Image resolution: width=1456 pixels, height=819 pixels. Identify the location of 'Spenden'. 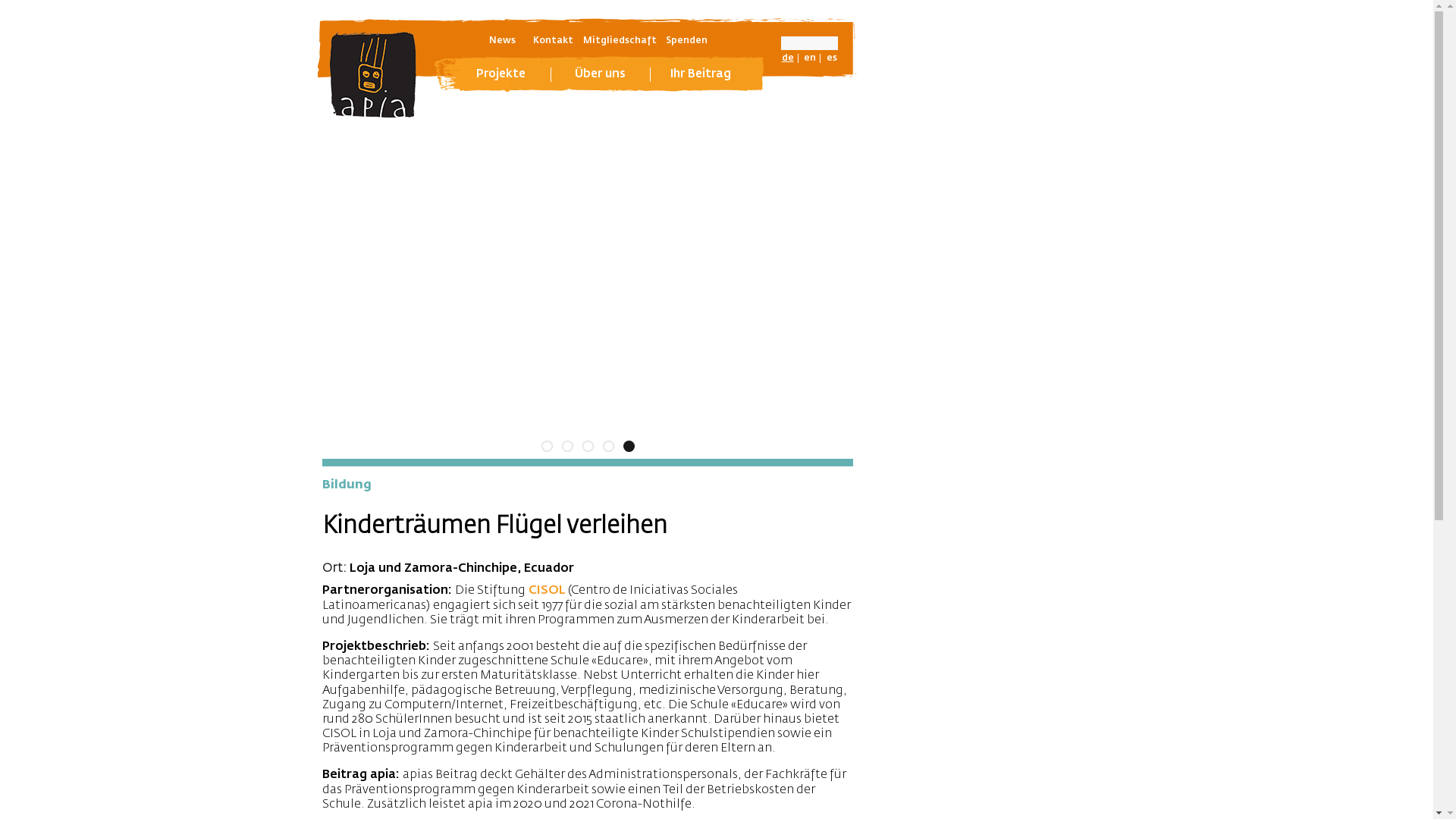
(686, 40).